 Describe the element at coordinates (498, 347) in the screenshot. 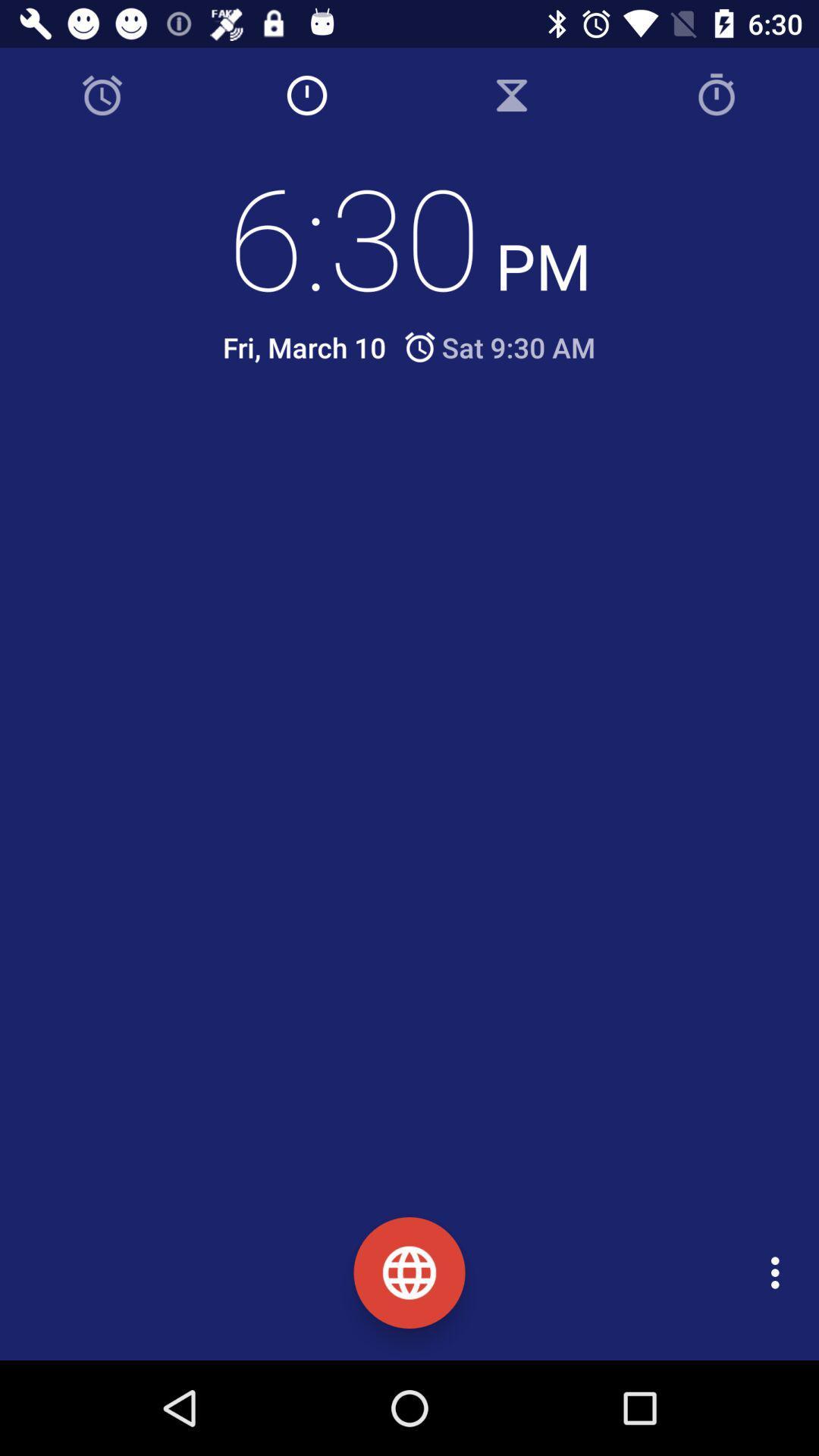

I see `sat 9 30 item` at that location.